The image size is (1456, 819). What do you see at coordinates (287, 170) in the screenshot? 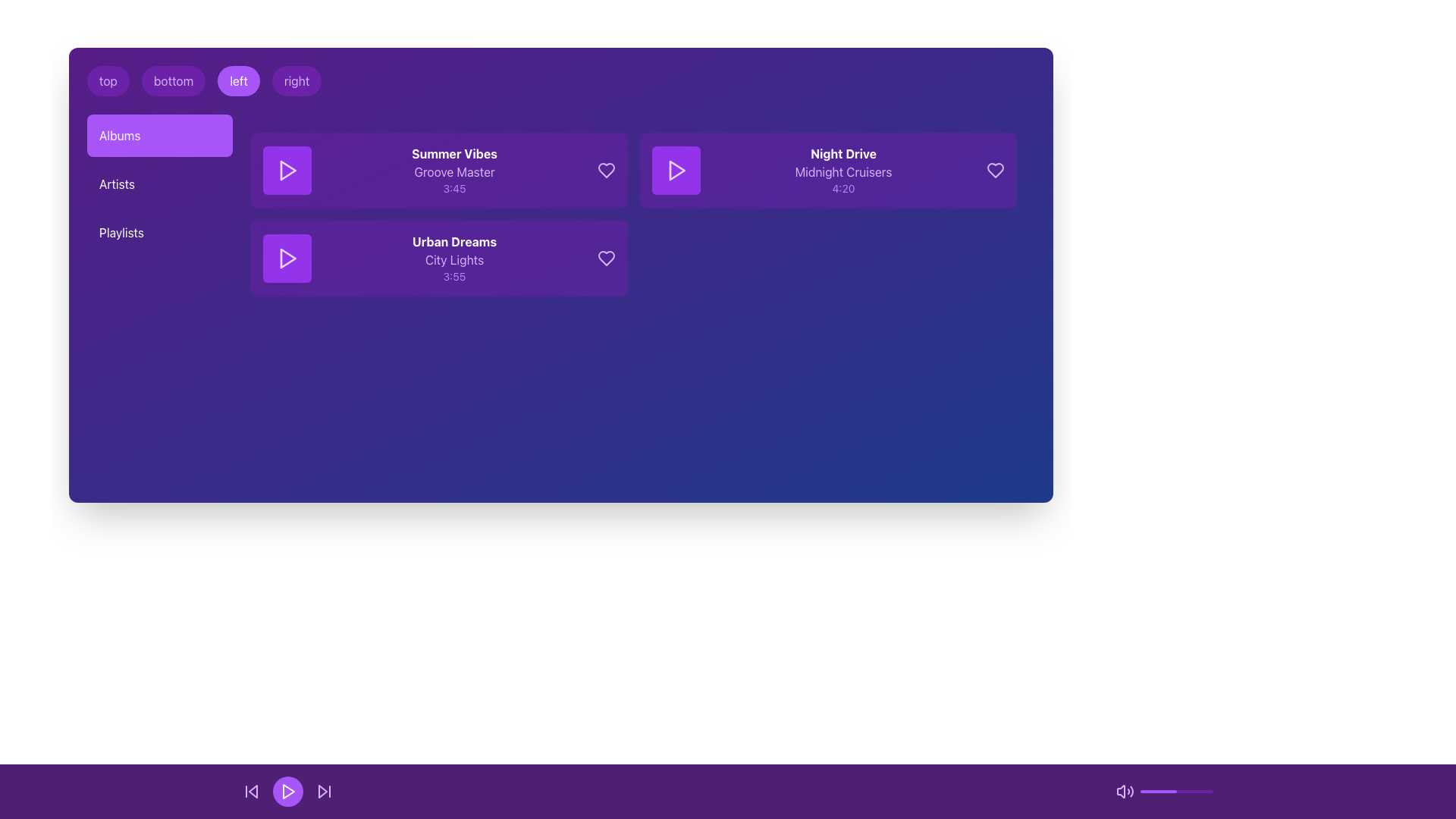
I see `the compact, square button with a purple background and a white play icon to play the associated 'Summer Vibes' playlist` at bounding box center [287, 170].